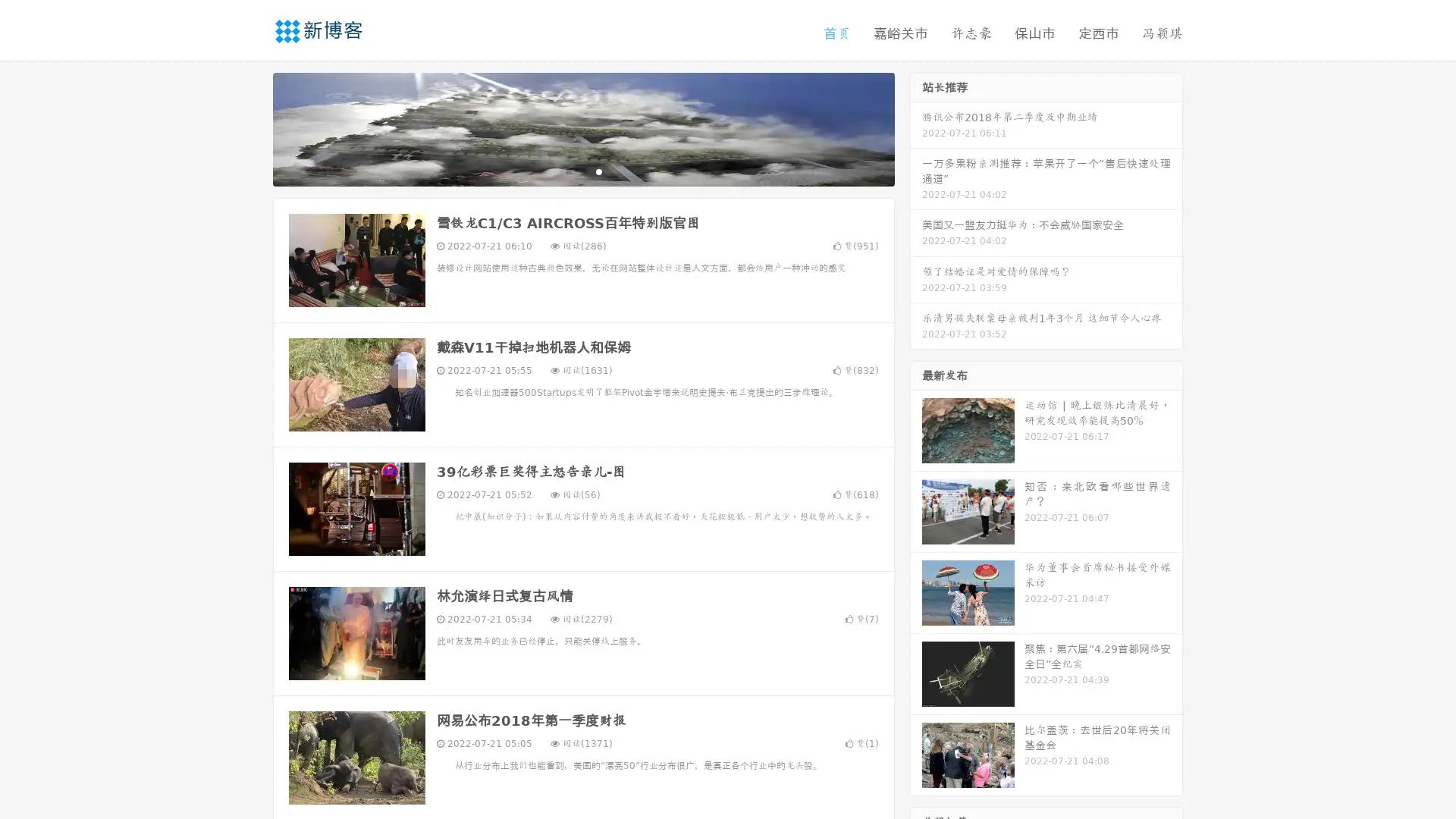  I want to click on Previous slide, so click(250, 127).